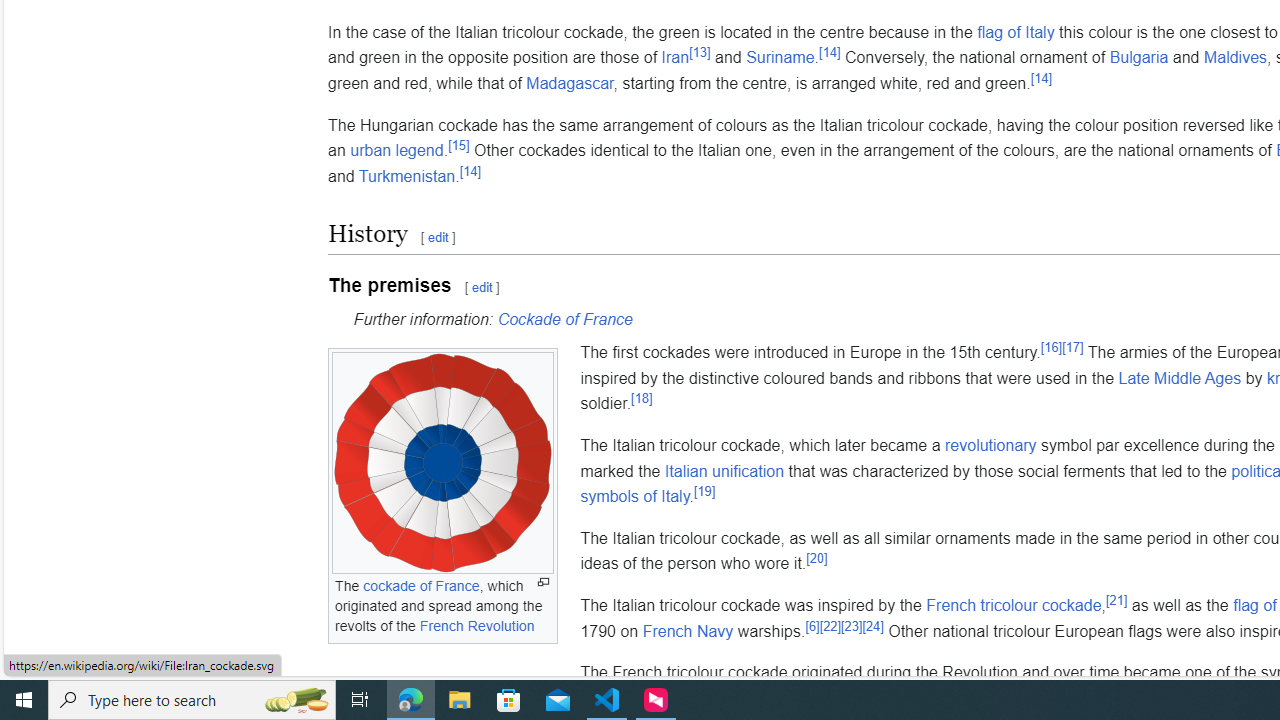  I want to click on 'Iran', so click(675, 56).